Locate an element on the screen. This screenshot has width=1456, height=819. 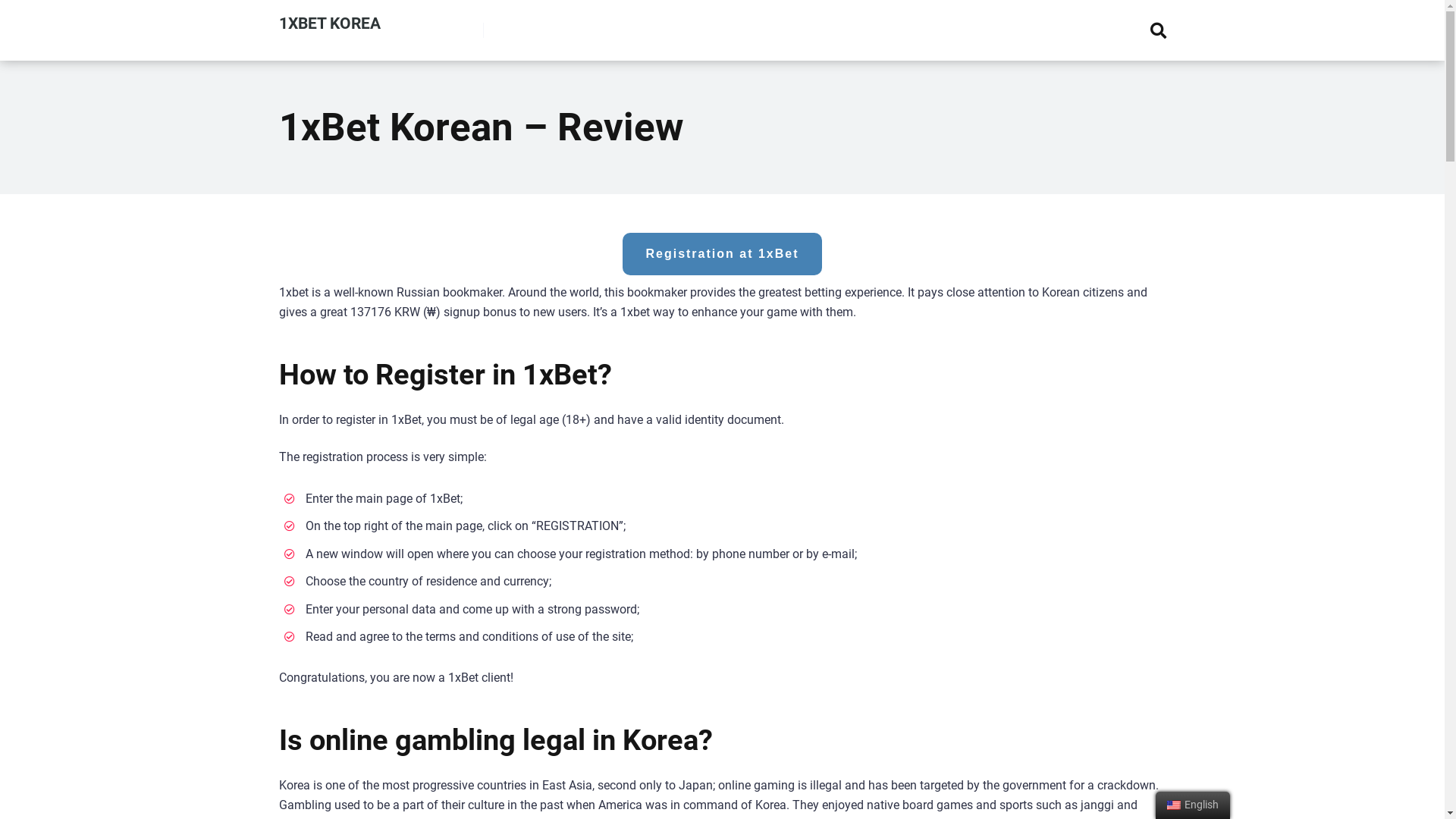
'English' is located at coordinates (1172, 804).